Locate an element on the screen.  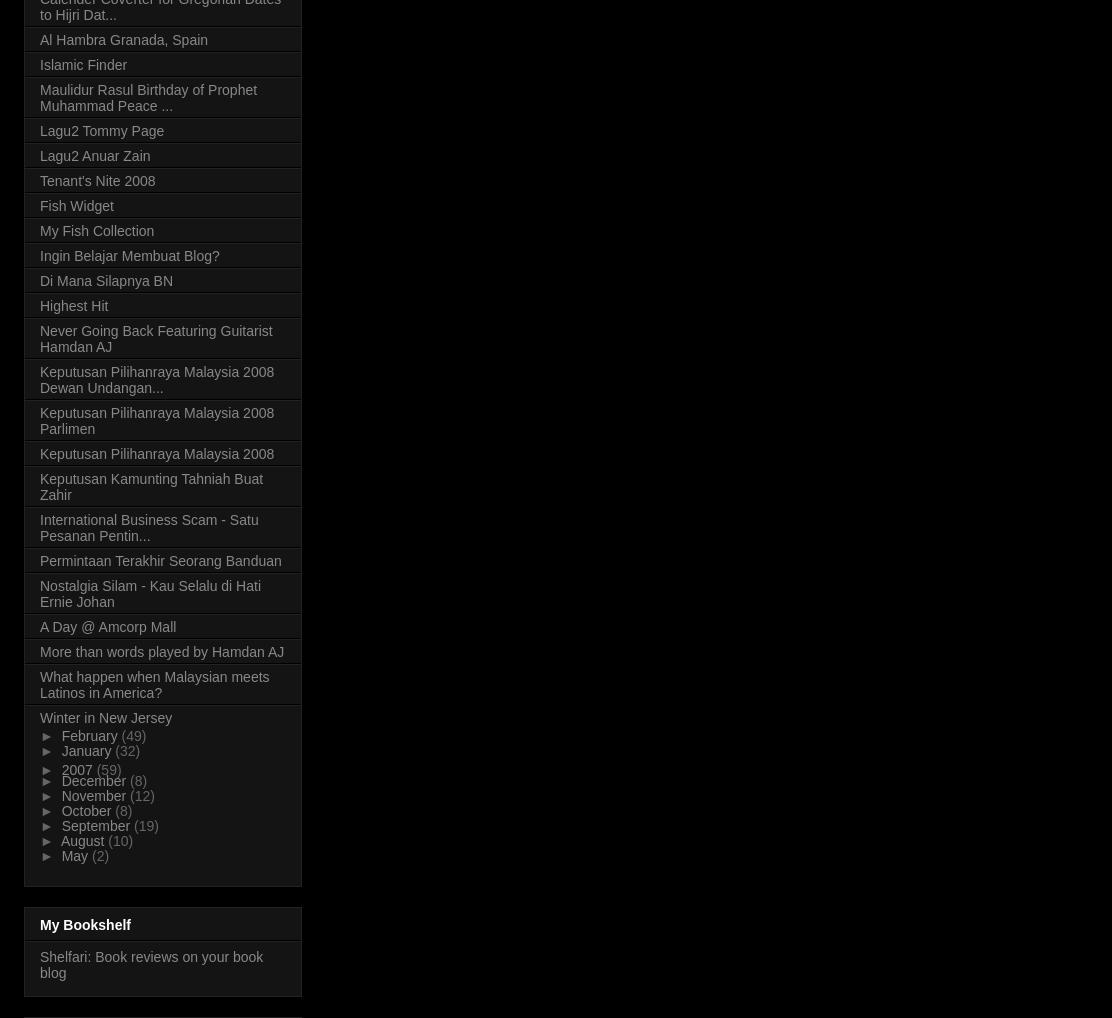
'Fish Widget' is located at coordinates (40, 204).